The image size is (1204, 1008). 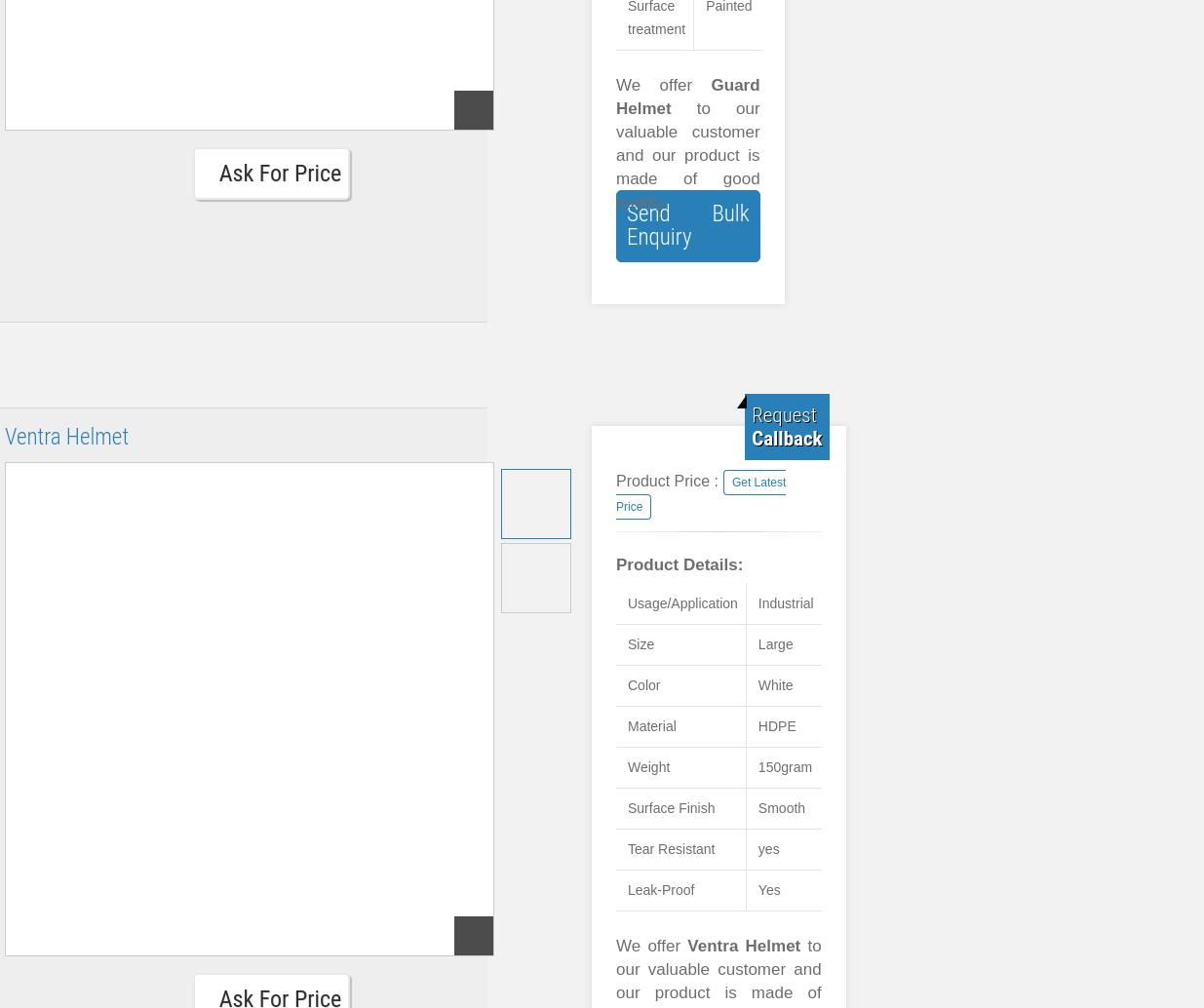 I want to click on '150gram', so click(x=784, y=765).